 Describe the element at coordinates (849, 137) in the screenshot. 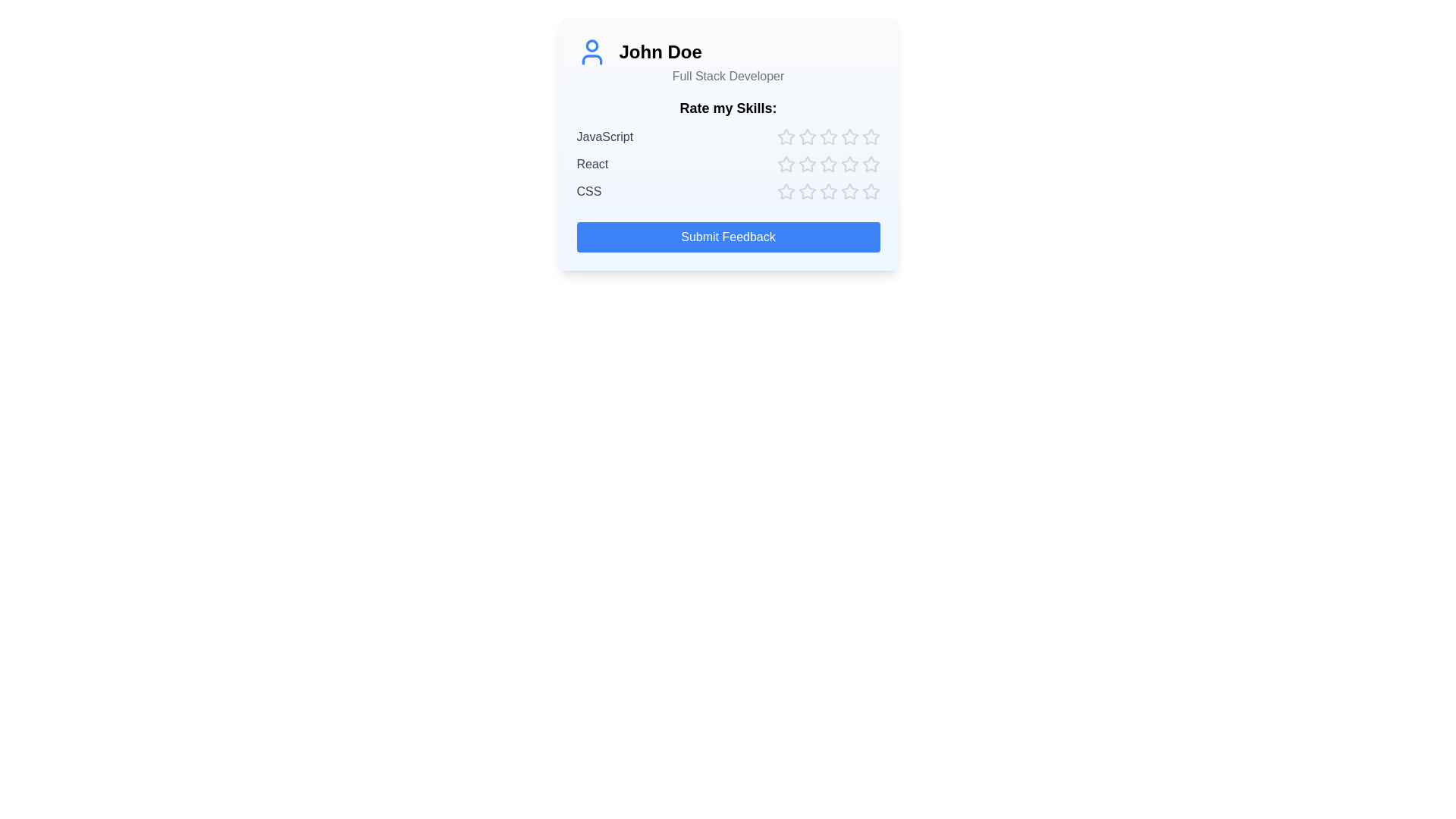

I see `the star corresponding to skill JavaScript and rating 4` at that location.